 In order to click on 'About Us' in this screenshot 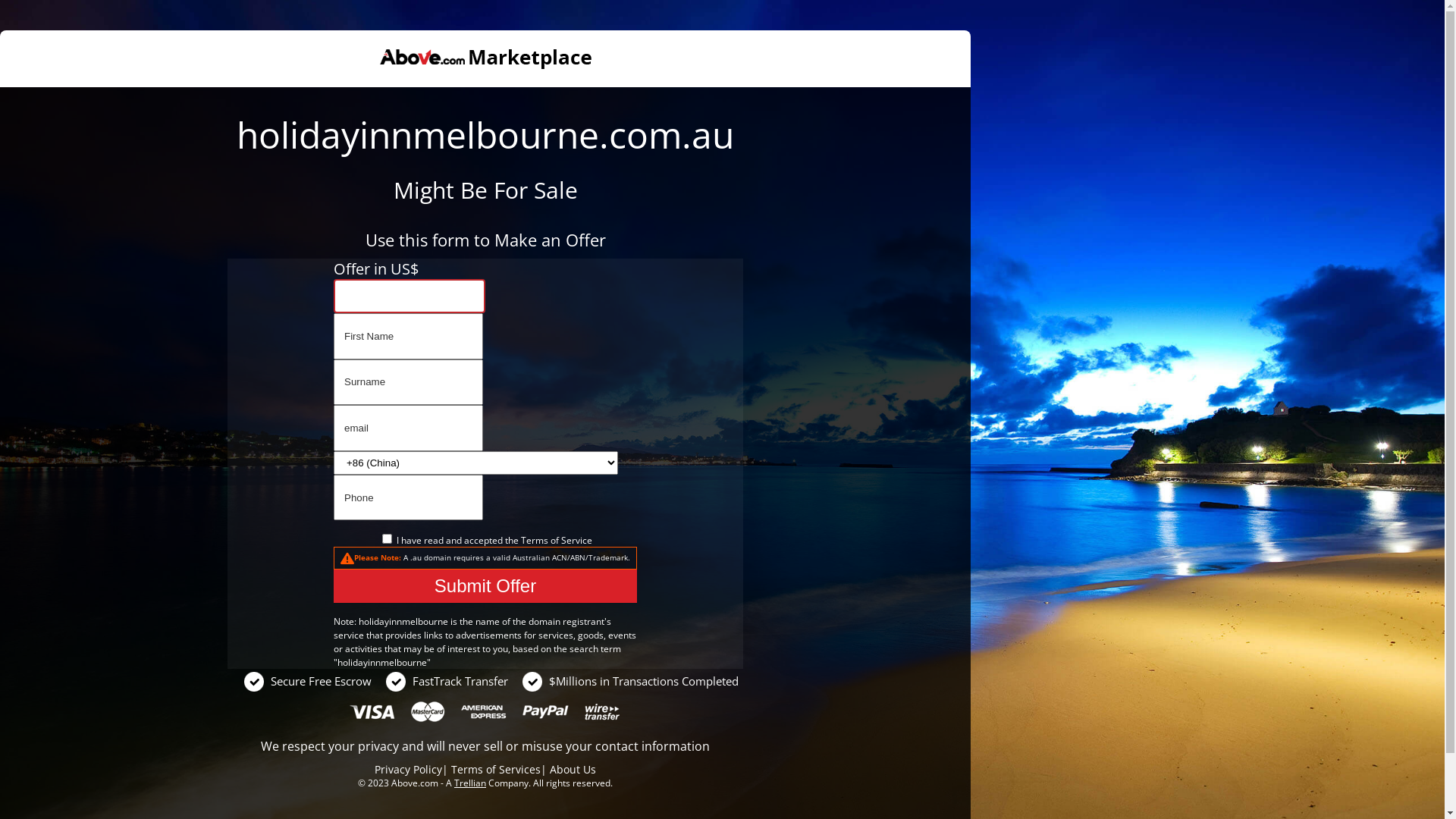, I will do `click(572, 769)`.